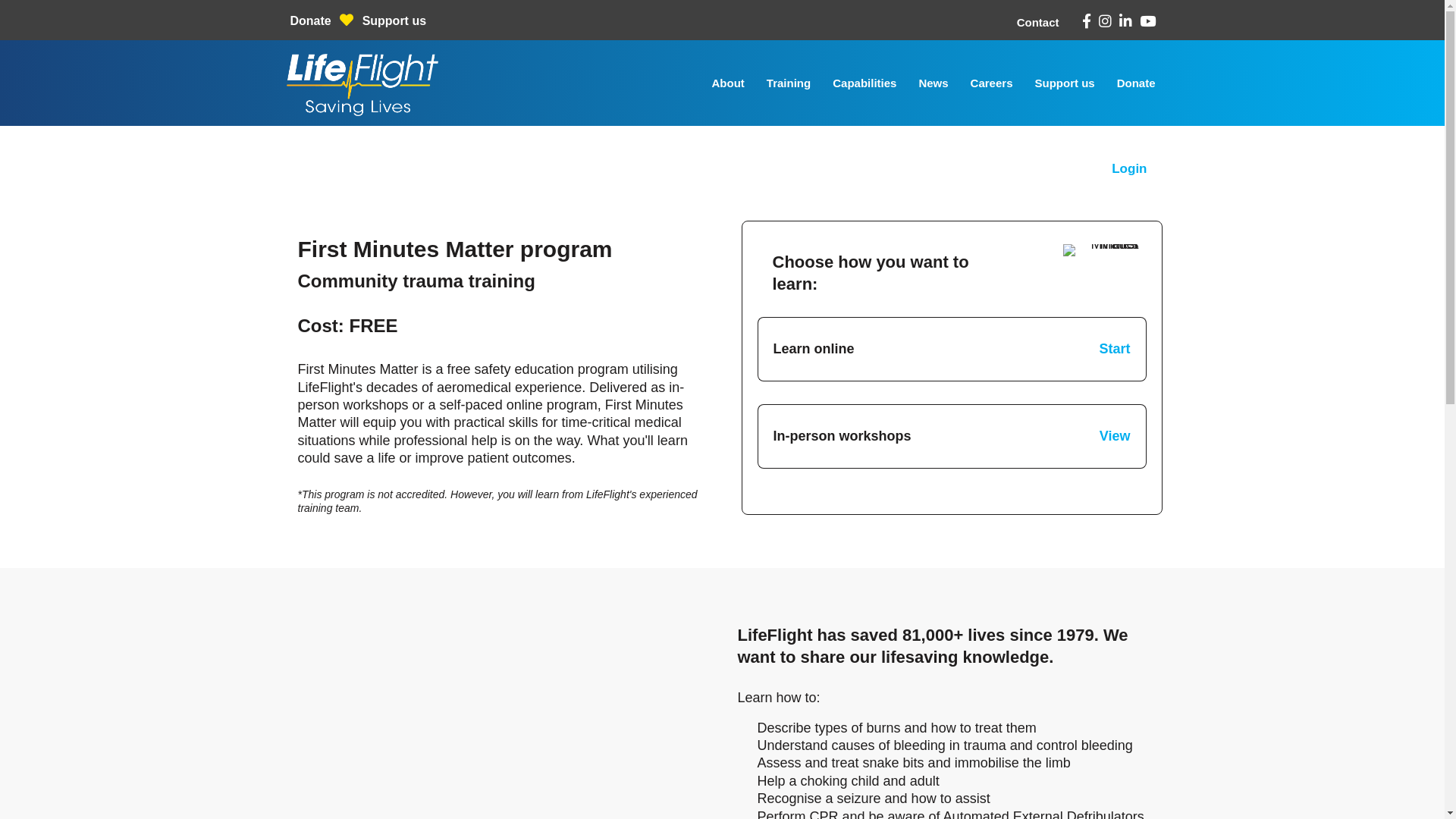 This screenshot has width=1456, height=819. Describe the element at coordinates (1147, 21) in the screenshot. I see `'Follow on YouTube'` at that location.